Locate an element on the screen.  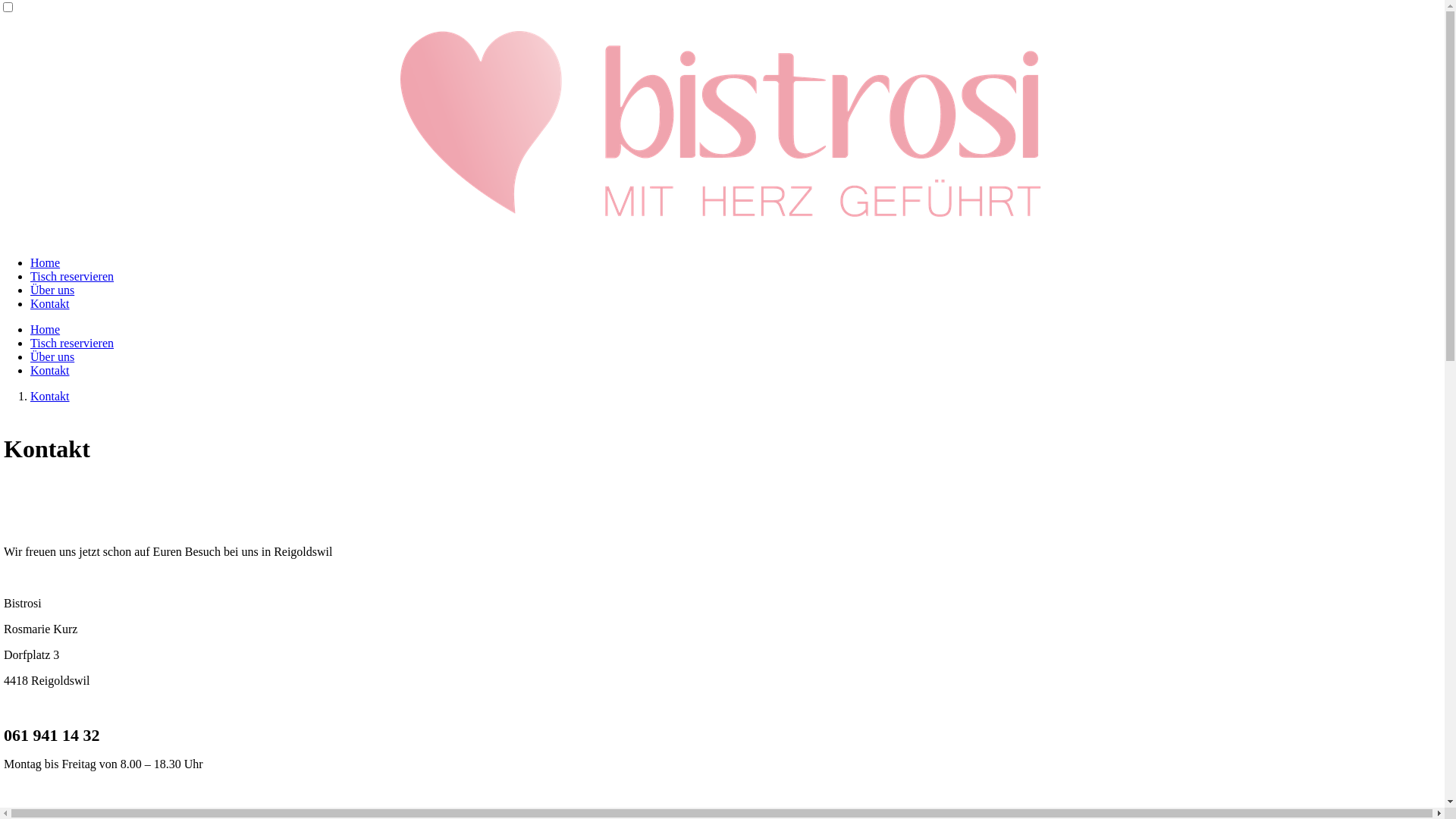
'Kontakt' is located at coordinates (30, 395).